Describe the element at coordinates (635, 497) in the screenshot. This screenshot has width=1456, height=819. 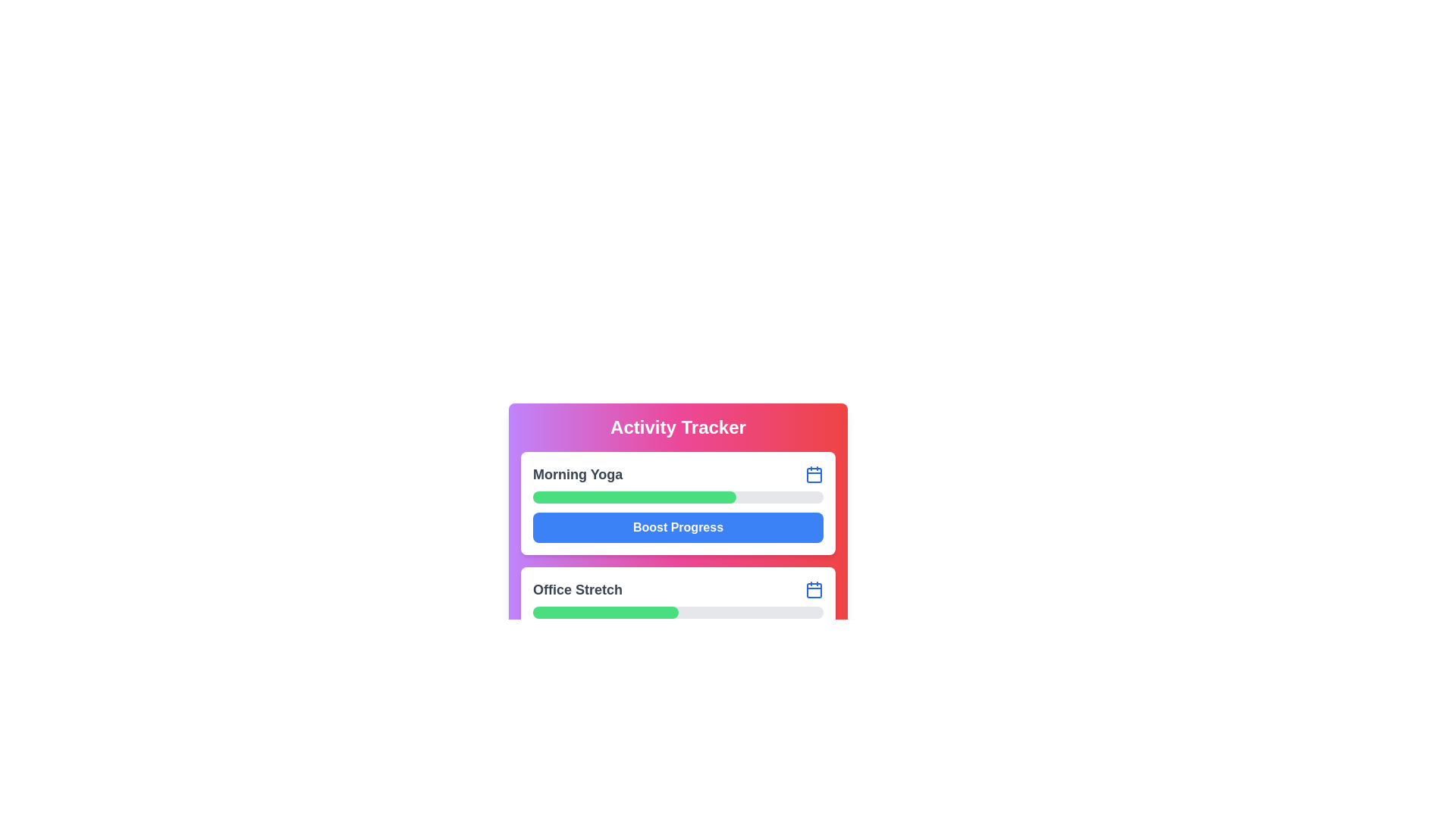
I see `the Progress Indicator representing 70% completion of the 'Morning Yoga' activity, located within the 'Activity Tracker' card` at that location.